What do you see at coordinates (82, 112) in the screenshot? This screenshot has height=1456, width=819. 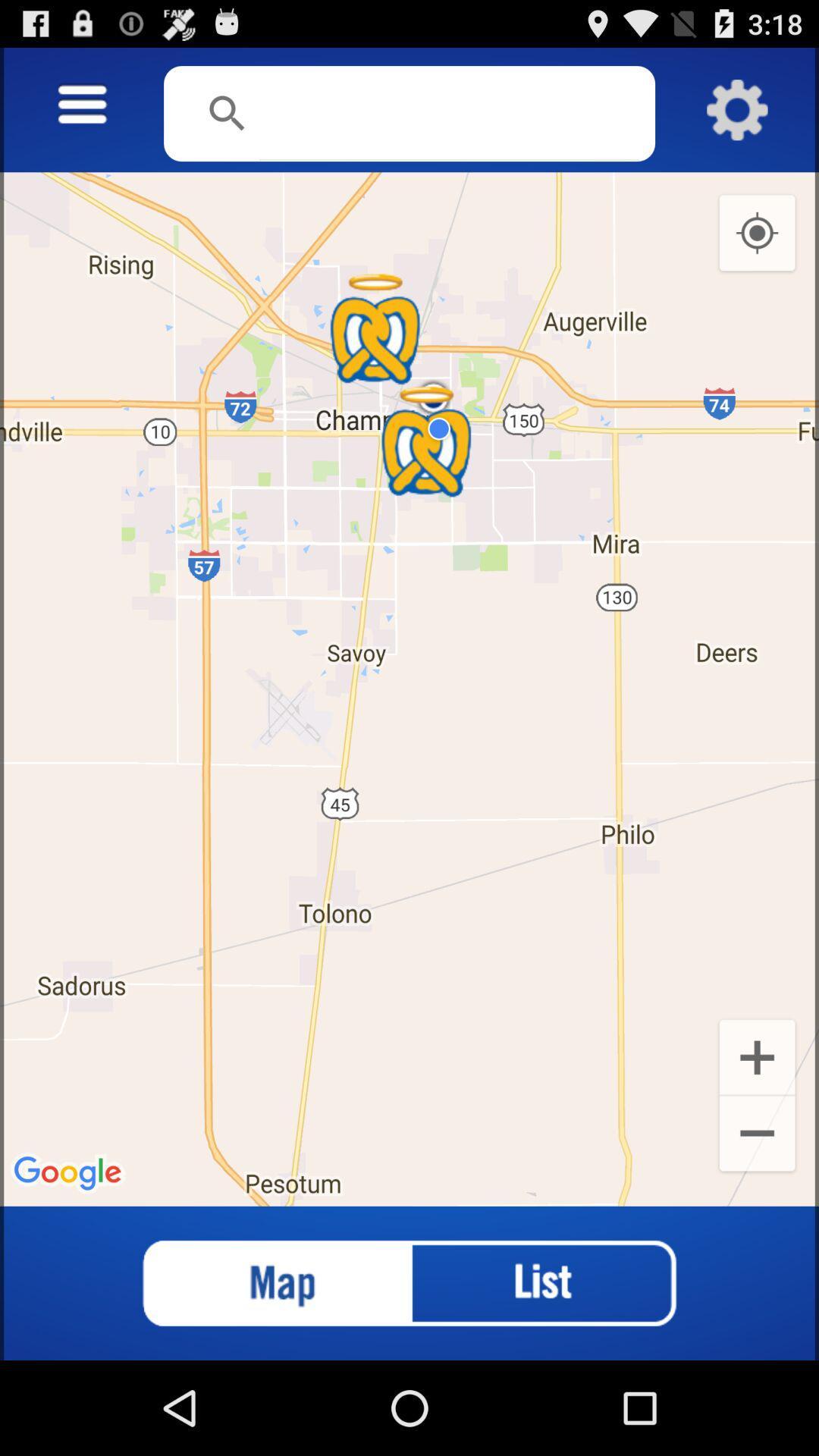 I see `the menu icon` at bounding box center [82, 112].